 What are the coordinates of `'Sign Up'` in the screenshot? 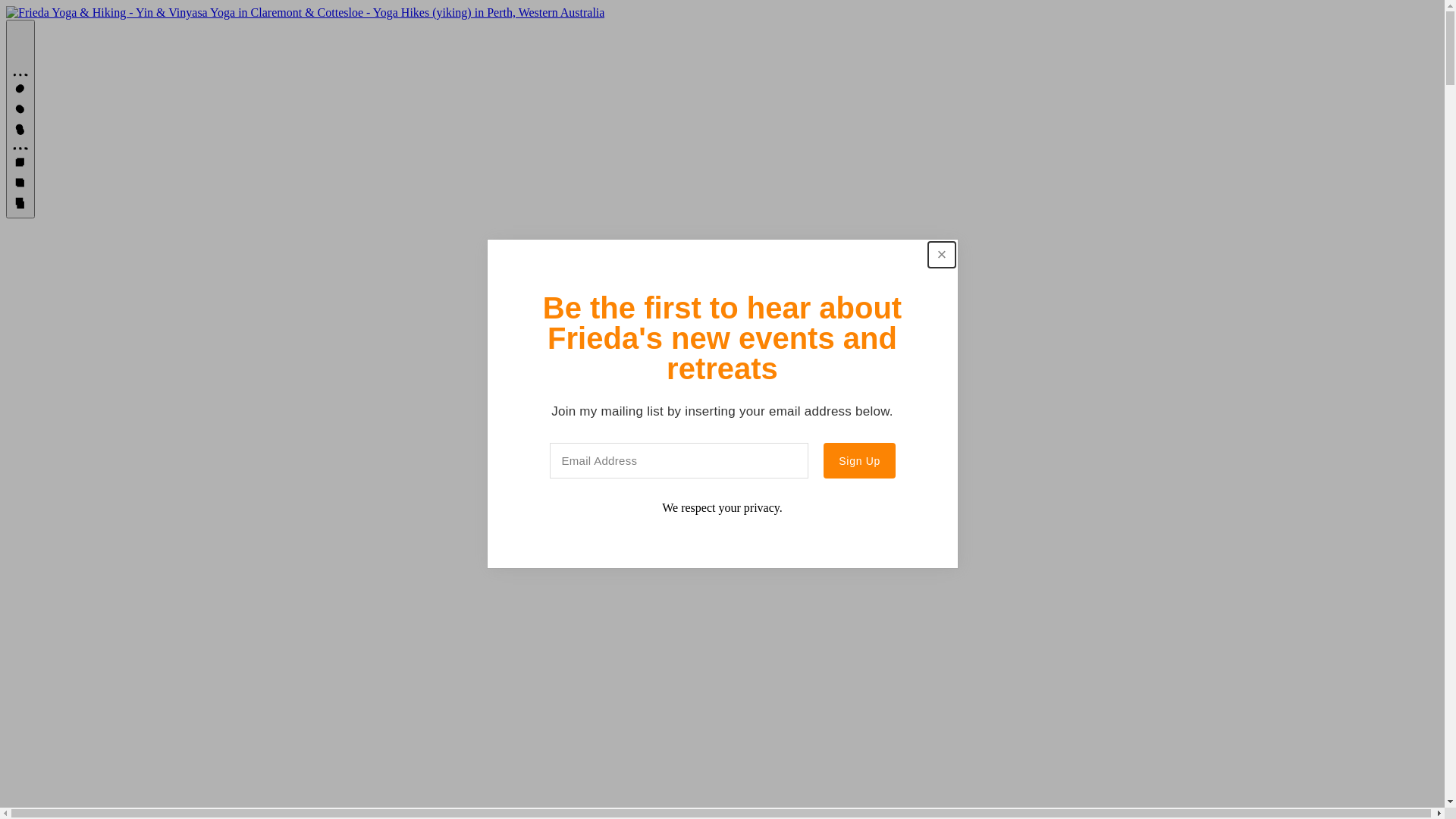 It's located at (858, 460).